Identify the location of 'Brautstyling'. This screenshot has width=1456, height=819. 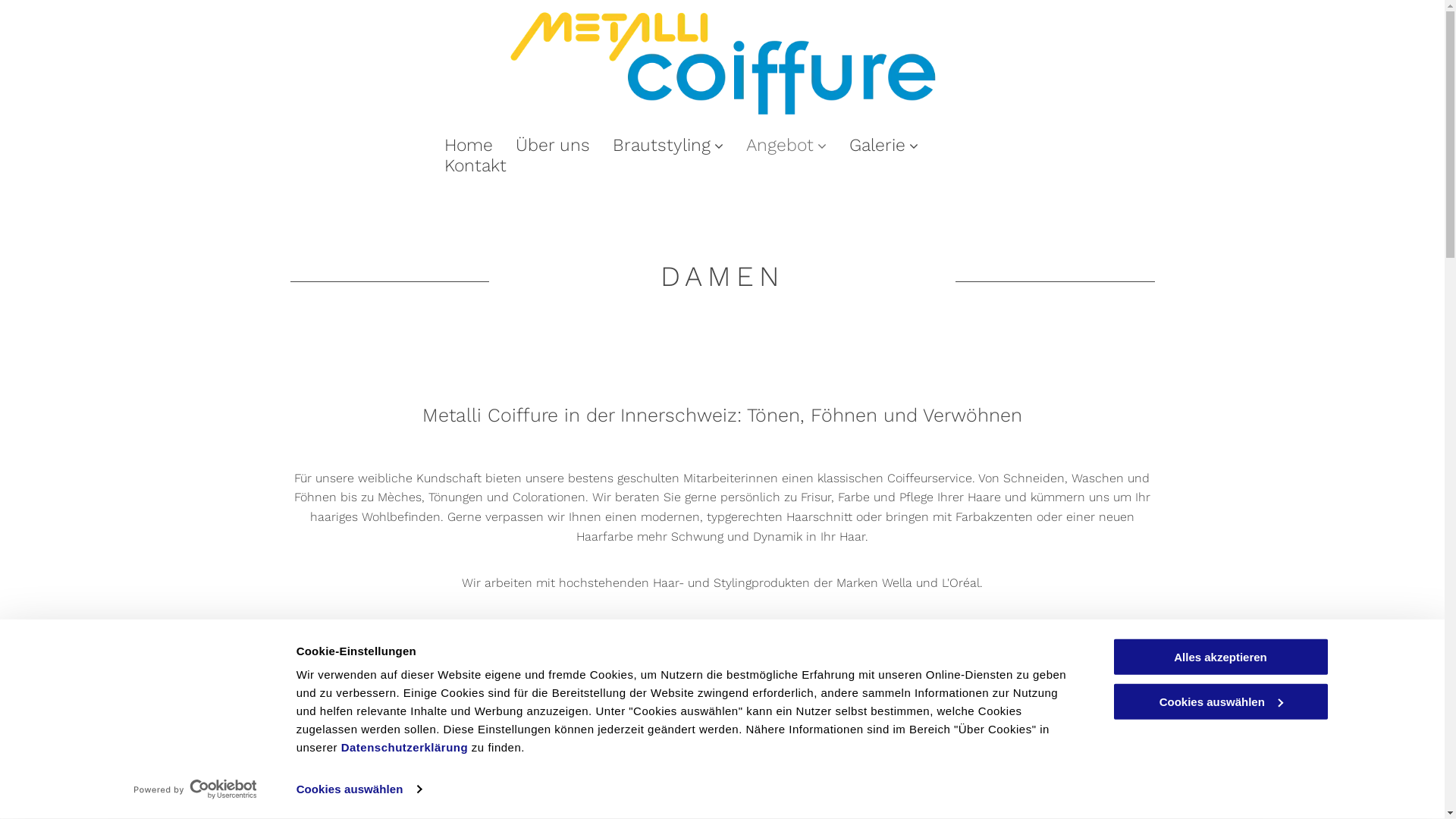
(667, 145).